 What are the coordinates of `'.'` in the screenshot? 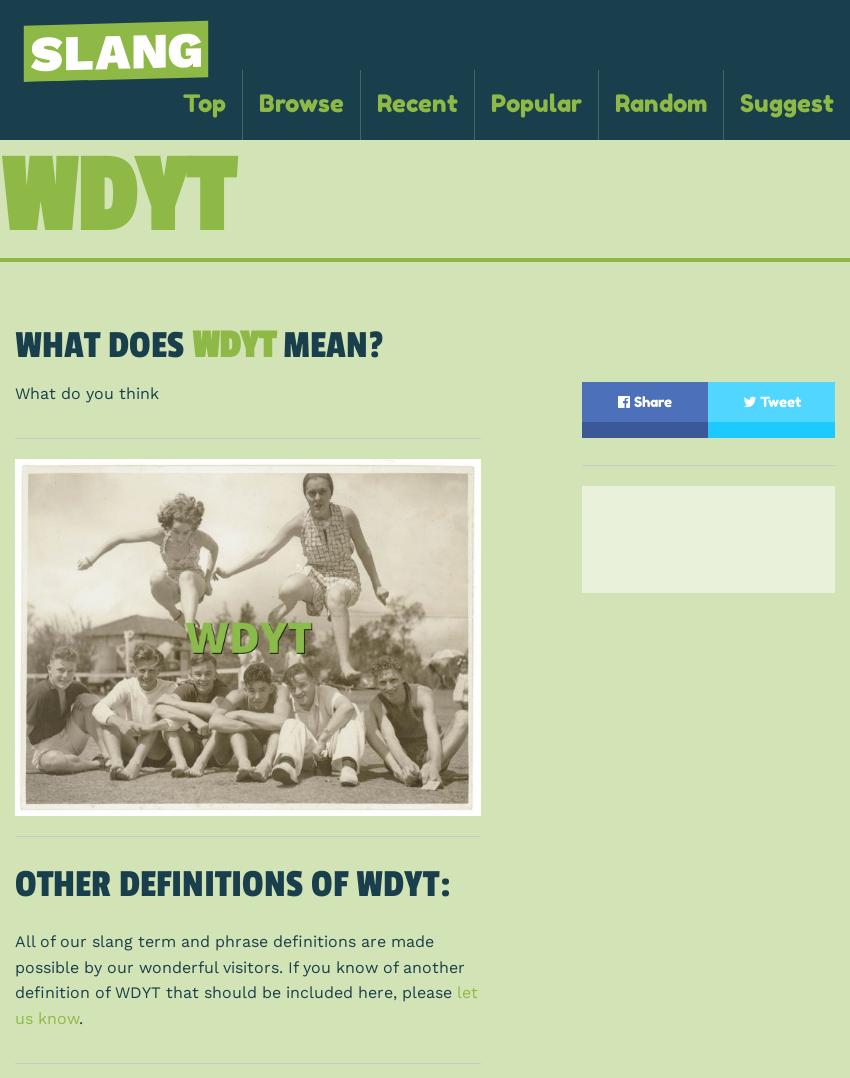 It's located at (81, 1016).